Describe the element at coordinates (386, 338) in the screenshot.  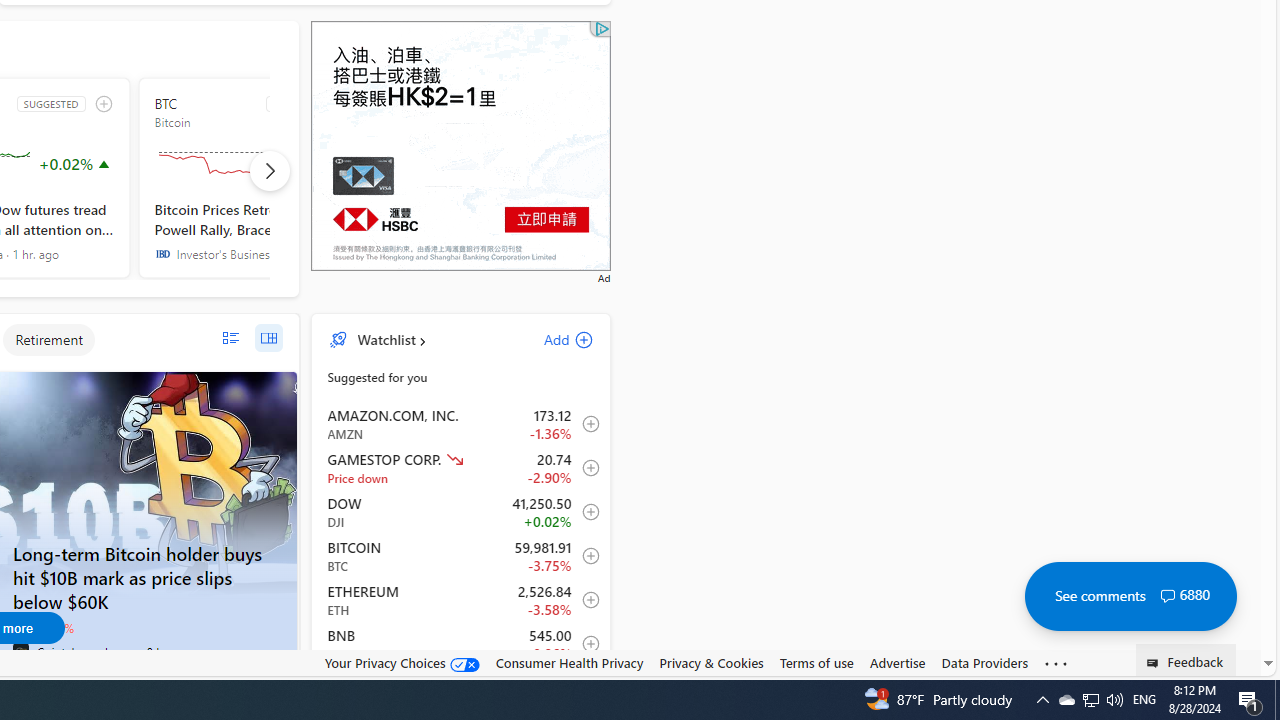
I see `'Watchlist'` at that location.